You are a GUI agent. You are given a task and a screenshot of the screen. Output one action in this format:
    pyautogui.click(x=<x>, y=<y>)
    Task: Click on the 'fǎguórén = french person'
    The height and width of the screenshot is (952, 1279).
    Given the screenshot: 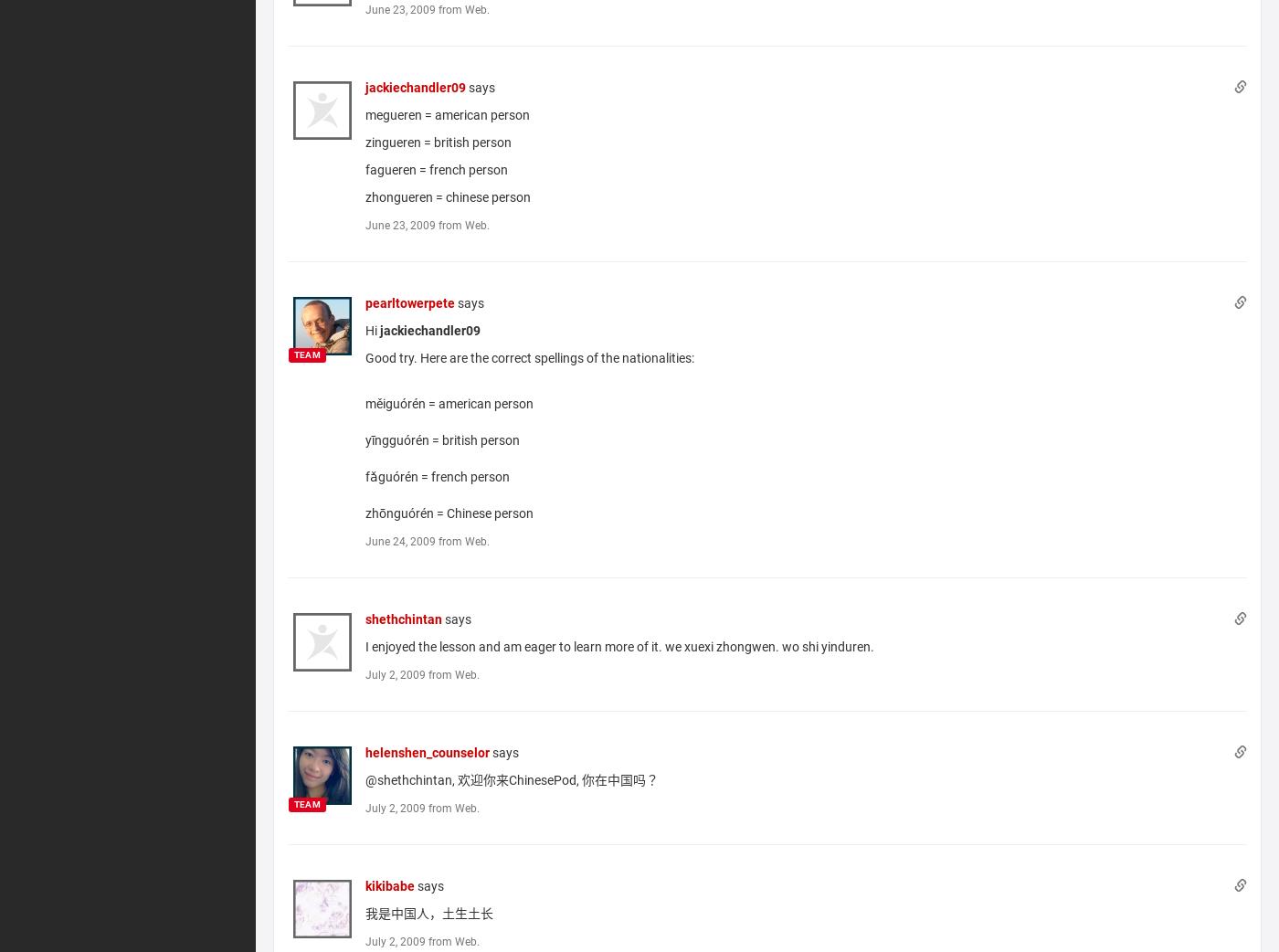 What is the action you would take?
    pyautogui.click(x=364, y=476)
    